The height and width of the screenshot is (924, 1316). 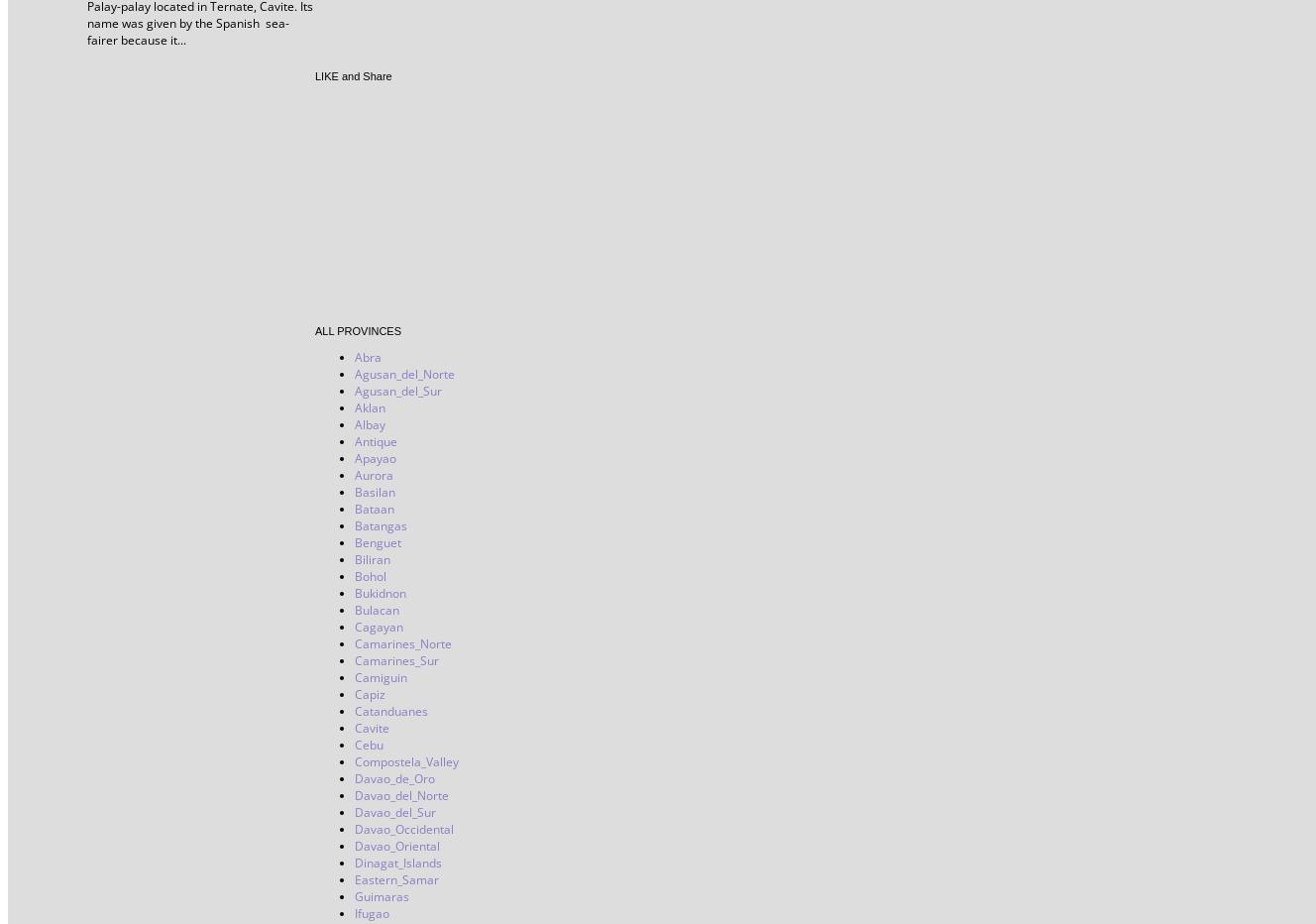 I want to click on 'Davao_Oriental', so click(x=397, y=845).